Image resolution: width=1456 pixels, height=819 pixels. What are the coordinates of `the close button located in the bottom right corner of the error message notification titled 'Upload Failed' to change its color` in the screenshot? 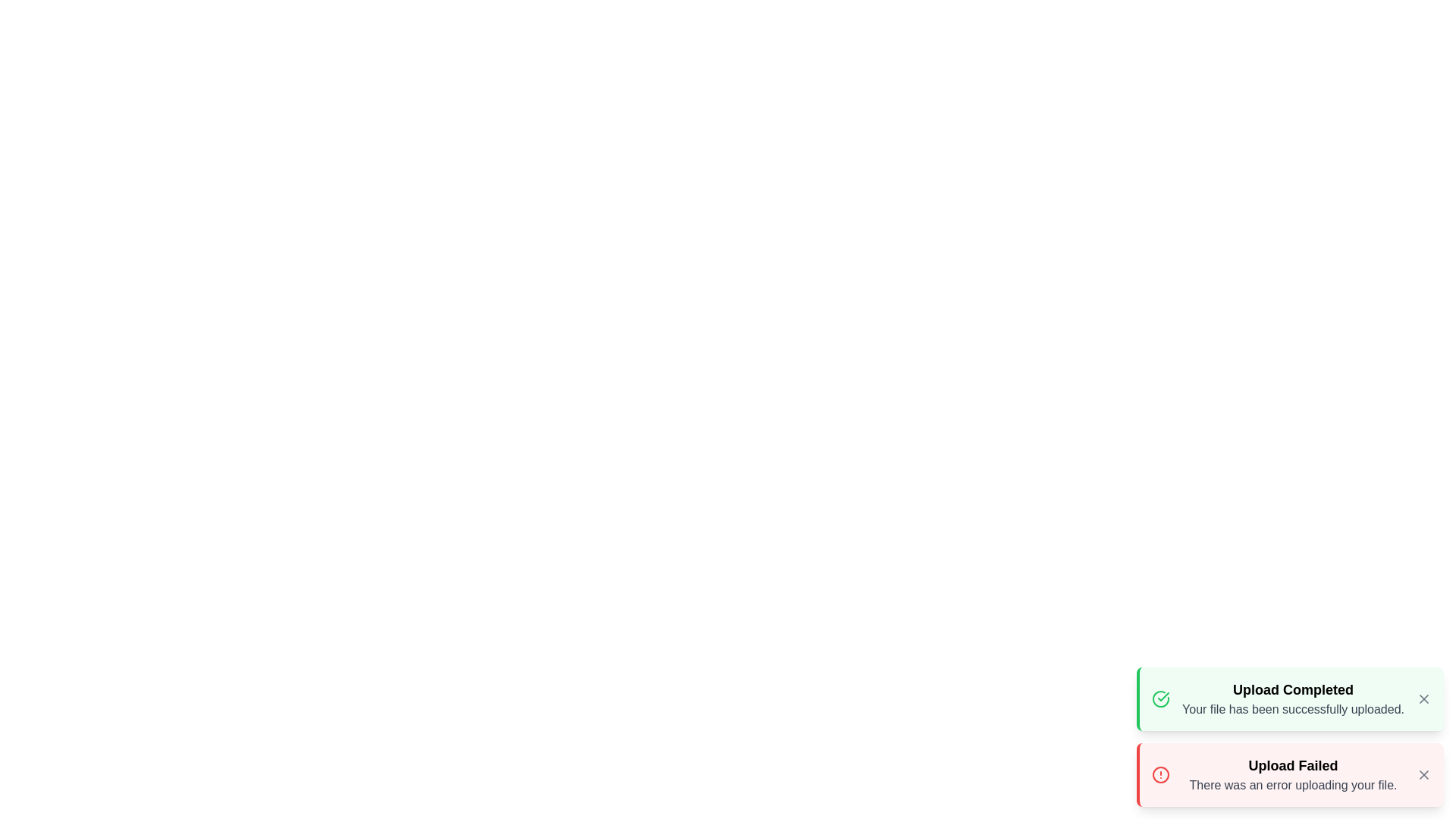 It's located at (1423, 775).